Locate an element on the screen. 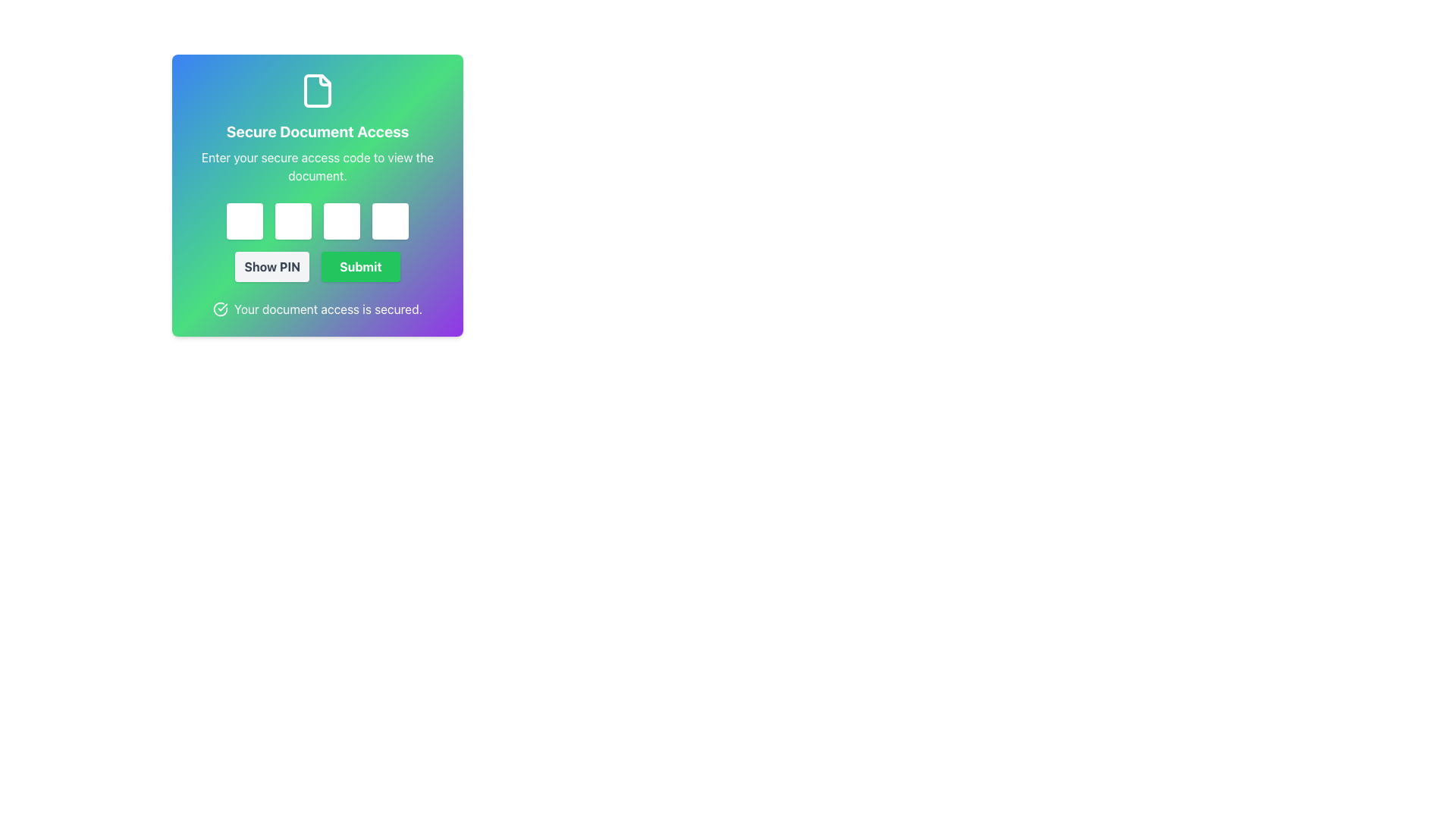 The height and width of the screenshot is (819, 1456). the secure PIN input field is located at coordinates (316, 221).